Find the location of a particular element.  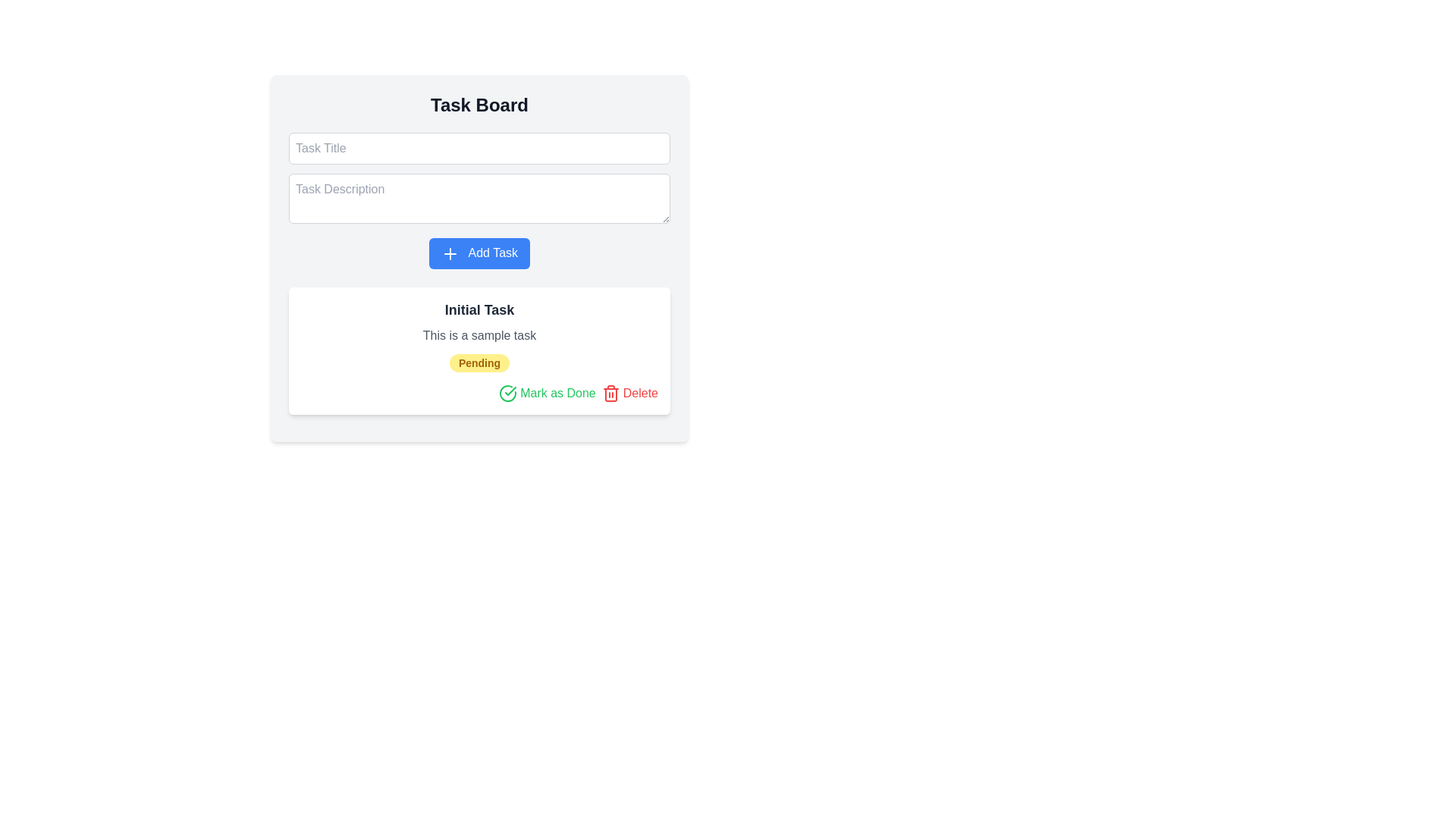

the 'Delete' button located to the far right in the task controls panel for 'Initial Task' beneath the 'Pending' status badge to observe the hover effect is located at coordinates (629, 392).